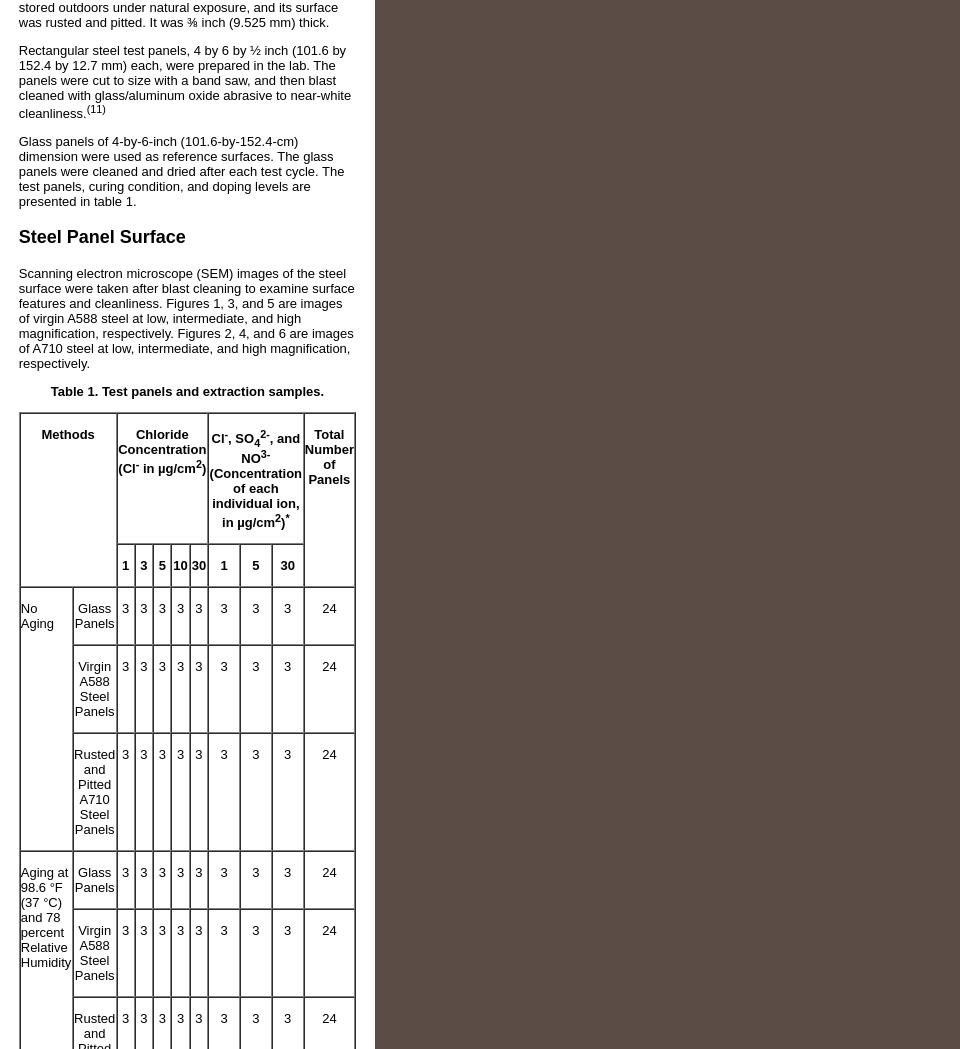 The image size is (960, 1049). I want to click on 'Chloride Concentration', so click(160, 441).